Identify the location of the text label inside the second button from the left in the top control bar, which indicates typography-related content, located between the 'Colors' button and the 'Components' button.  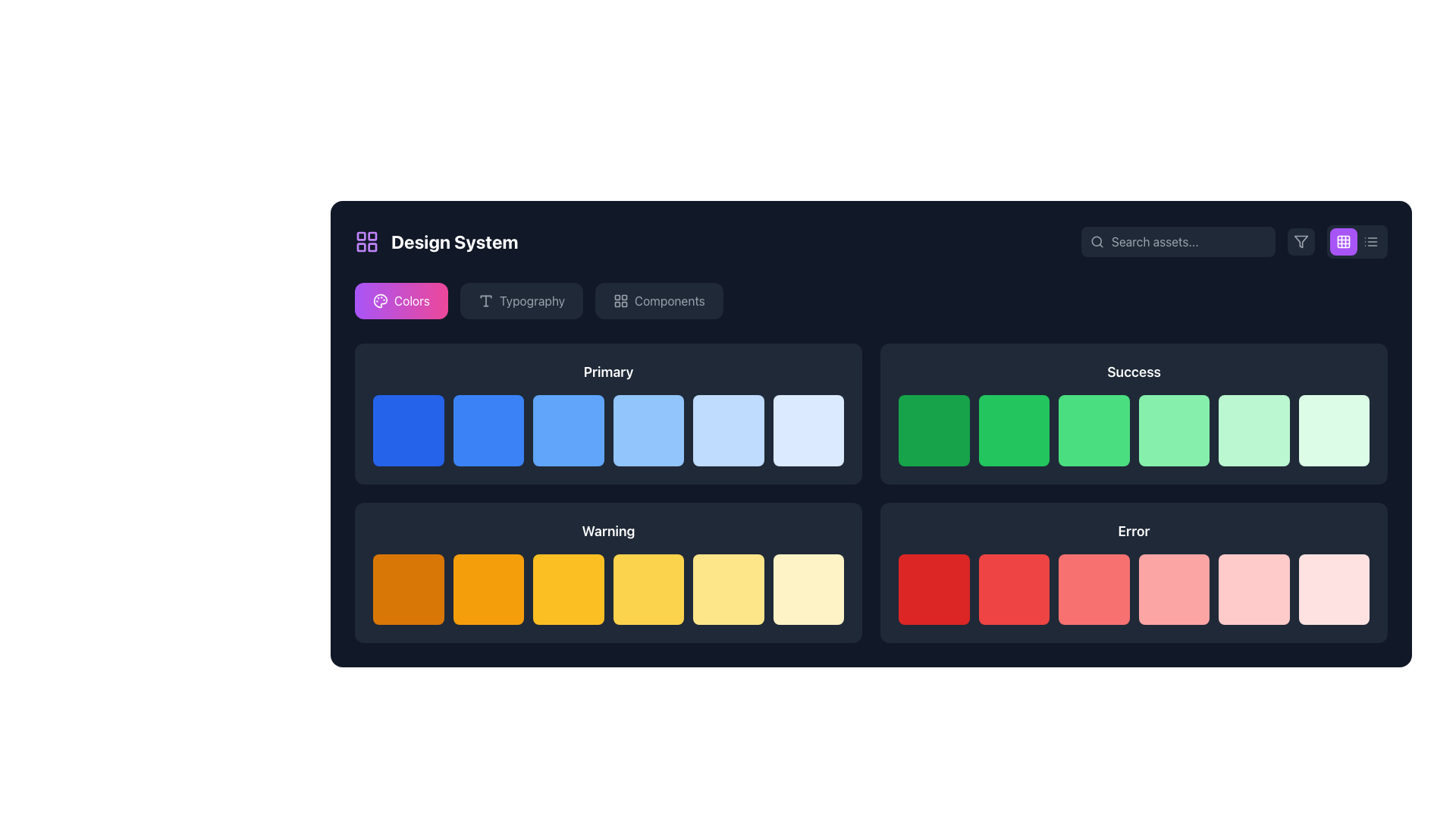
(532, 301).